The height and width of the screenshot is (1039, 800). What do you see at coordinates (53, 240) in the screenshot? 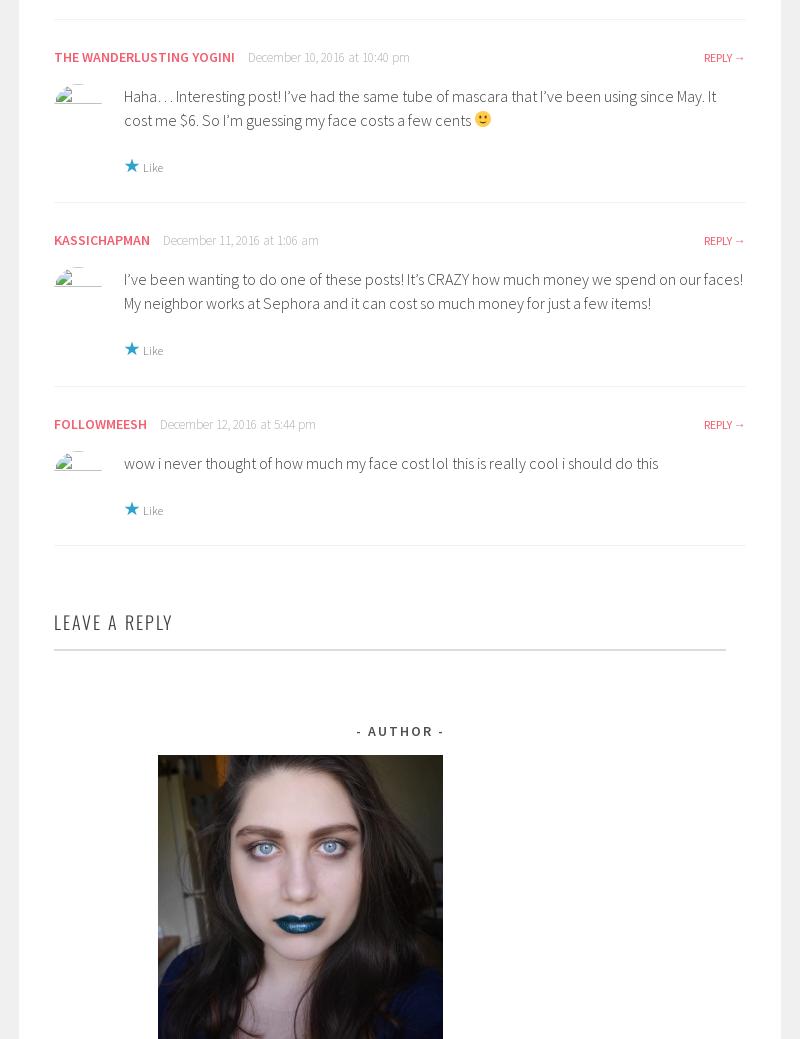
I see `'kassichapman'` at bounding box center [53, 240].